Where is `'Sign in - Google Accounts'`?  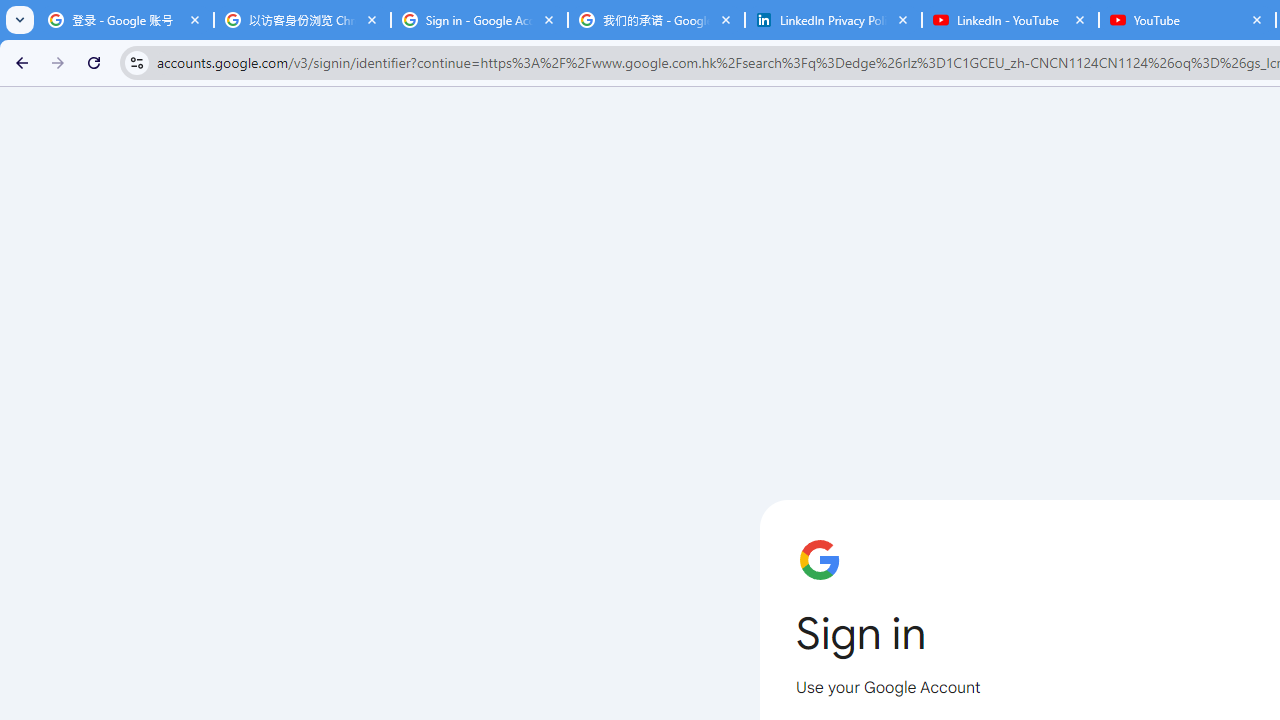
'Sign in - Google Accounts' is located at coordinates (478, 20).